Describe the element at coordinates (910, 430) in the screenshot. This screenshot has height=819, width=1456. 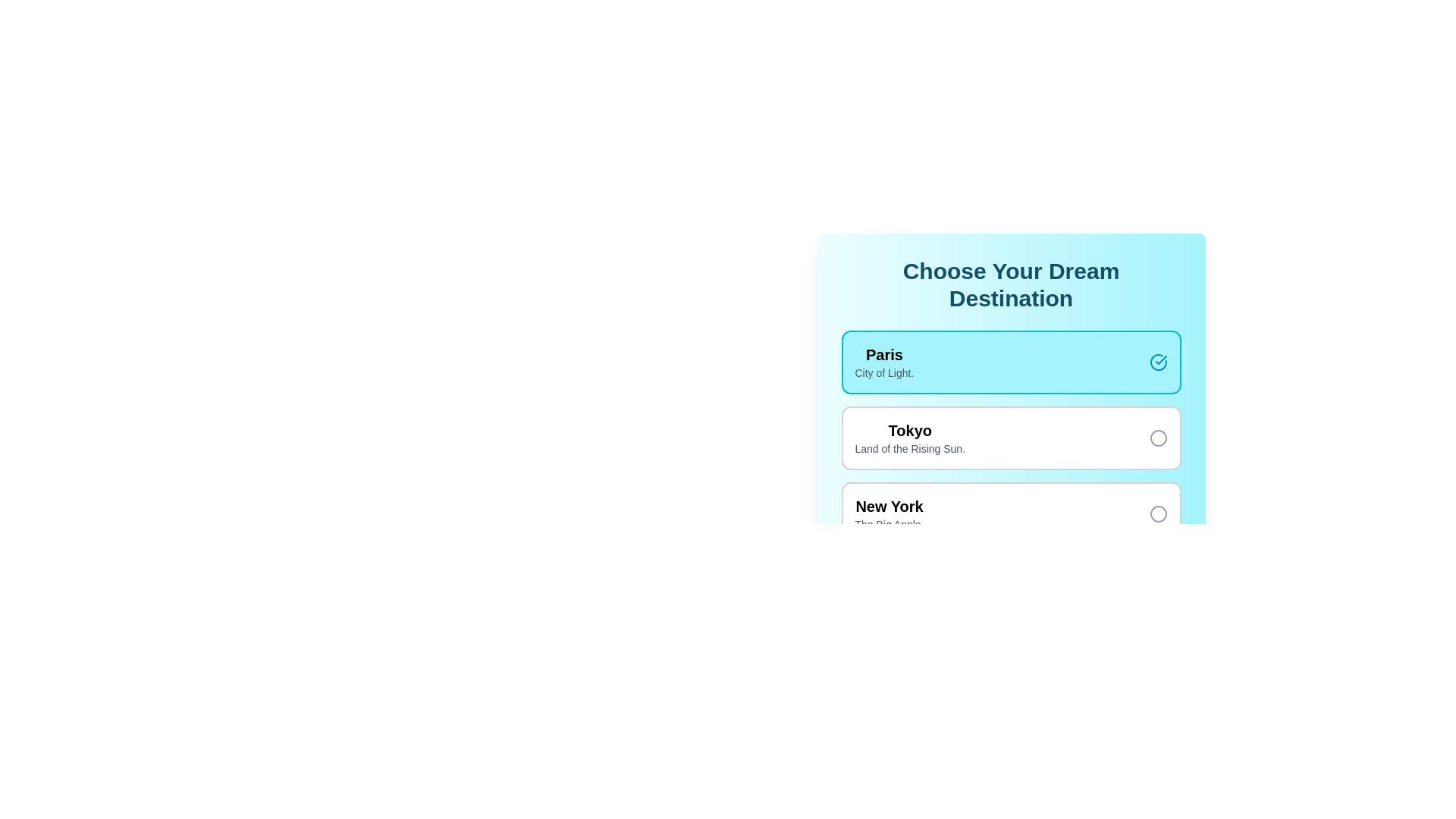
I see `the 'Tokyo' label, which is displayed in a large, bold font` at that location.